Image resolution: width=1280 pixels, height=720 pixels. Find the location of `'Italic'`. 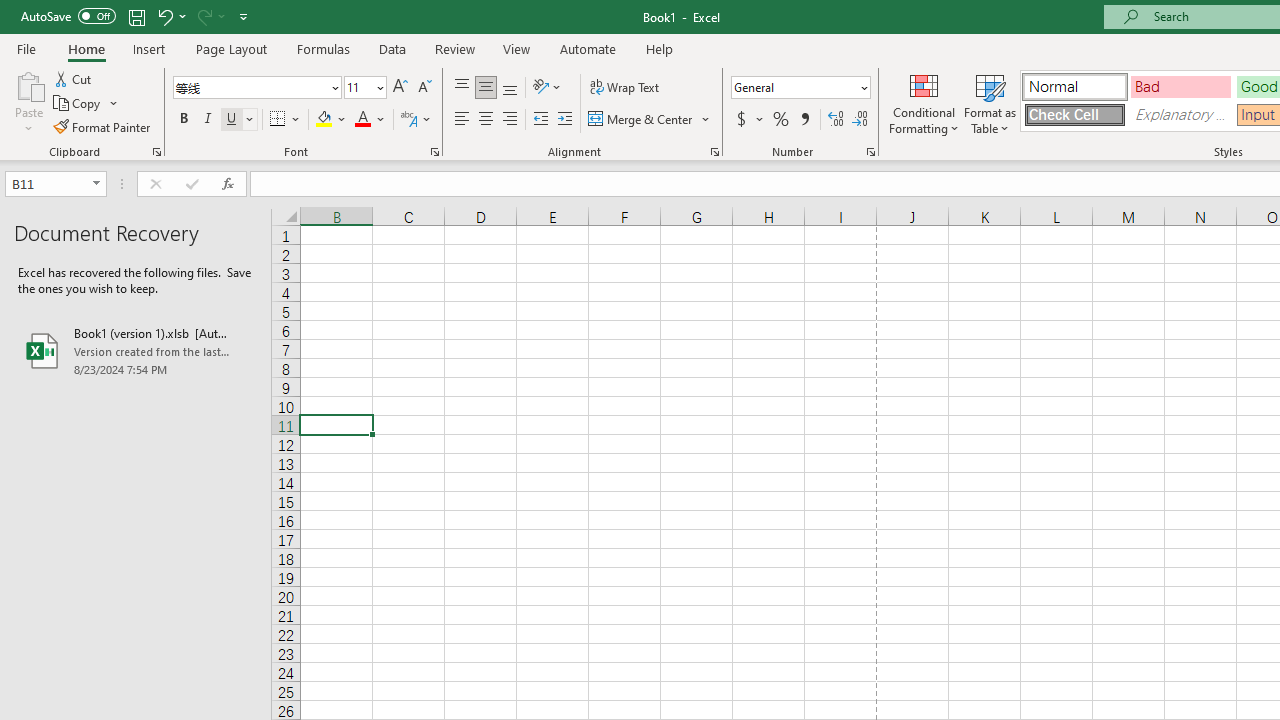

'Italic' is located at coordinates (208, 119).